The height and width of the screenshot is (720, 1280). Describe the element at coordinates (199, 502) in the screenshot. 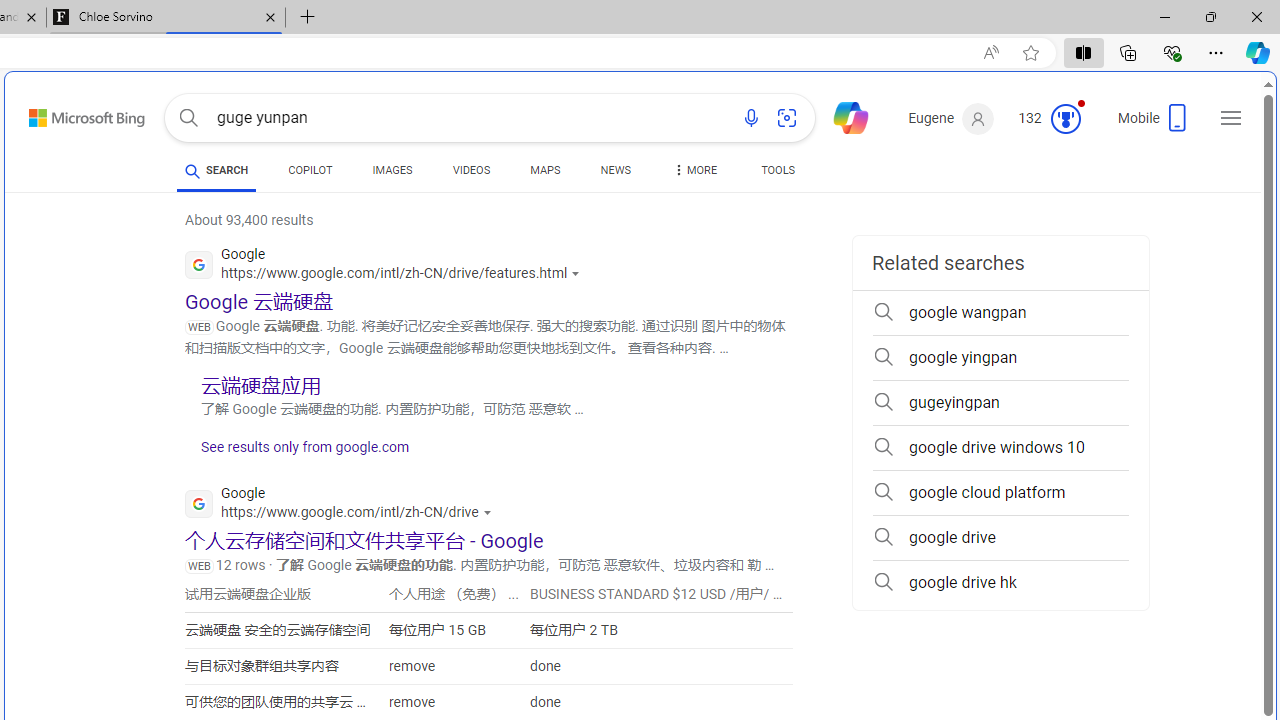

I see `'Global web icon'` at that location.